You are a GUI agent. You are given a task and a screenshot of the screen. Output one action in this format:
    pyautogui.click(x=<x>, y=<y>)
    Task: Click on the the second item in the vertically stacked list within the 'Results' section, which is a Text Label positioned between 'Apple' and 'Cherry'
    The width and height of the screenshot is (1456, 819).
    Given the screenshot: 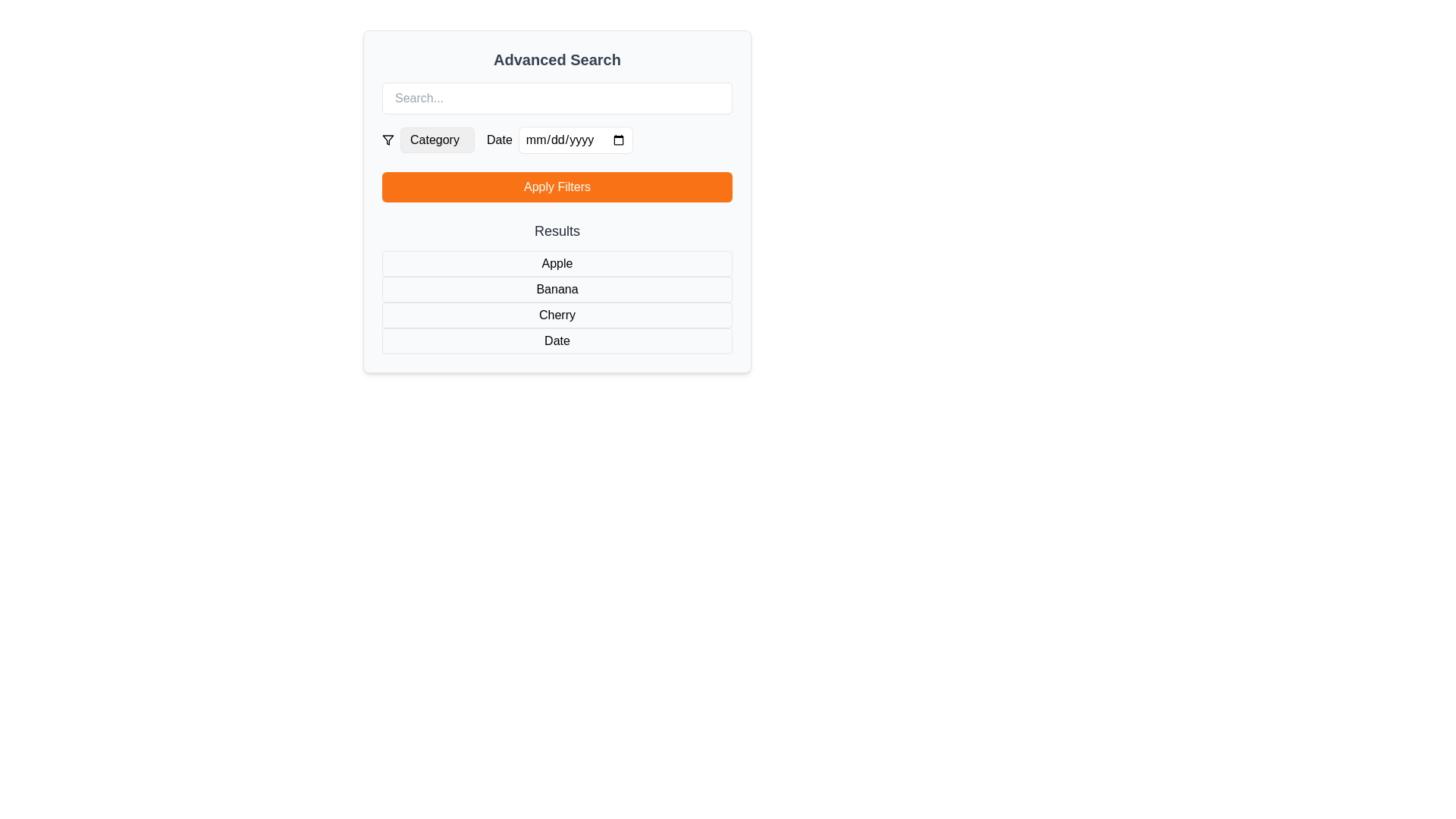 What is the action you would take?
    pyautogui.click(x=556, y=289)
    